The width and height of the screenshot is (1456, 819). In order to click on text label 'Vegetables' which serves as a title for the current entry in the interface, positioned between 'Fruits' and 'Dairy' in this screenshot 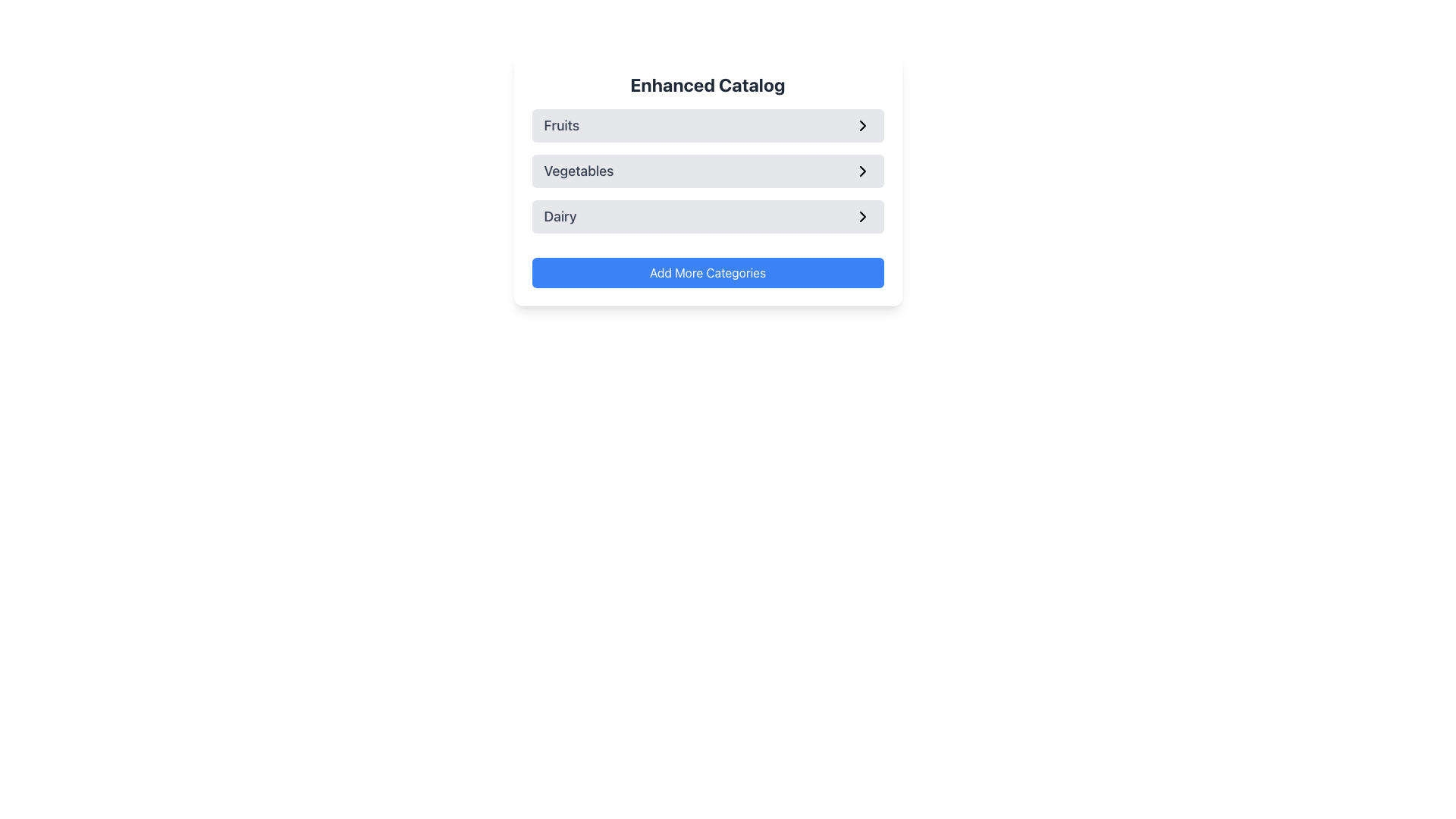, I will do `click(578, 171)`.